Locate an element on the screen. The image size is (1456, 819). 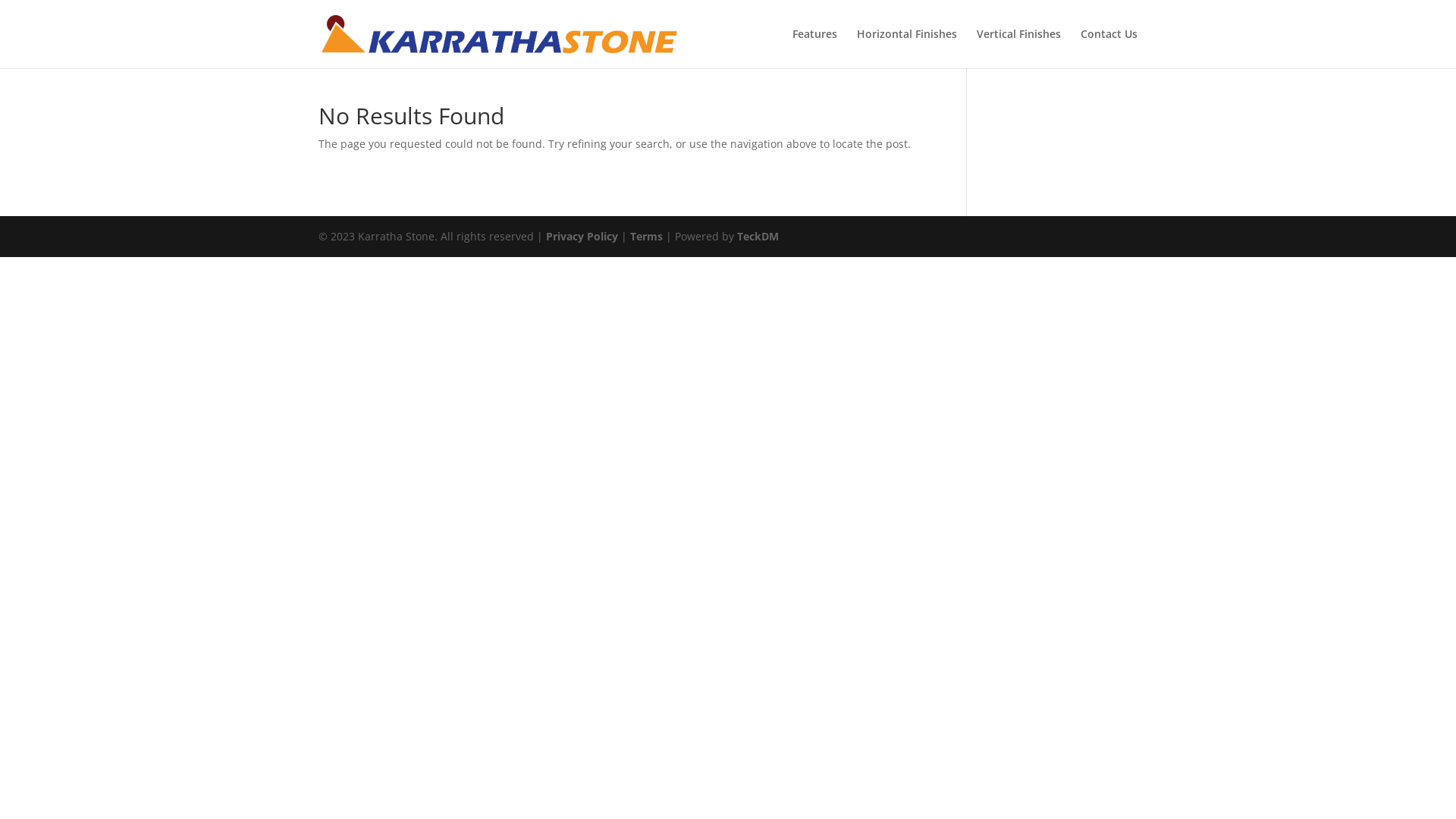
'Vertical Finishes' is located at coordinates (976, 48).